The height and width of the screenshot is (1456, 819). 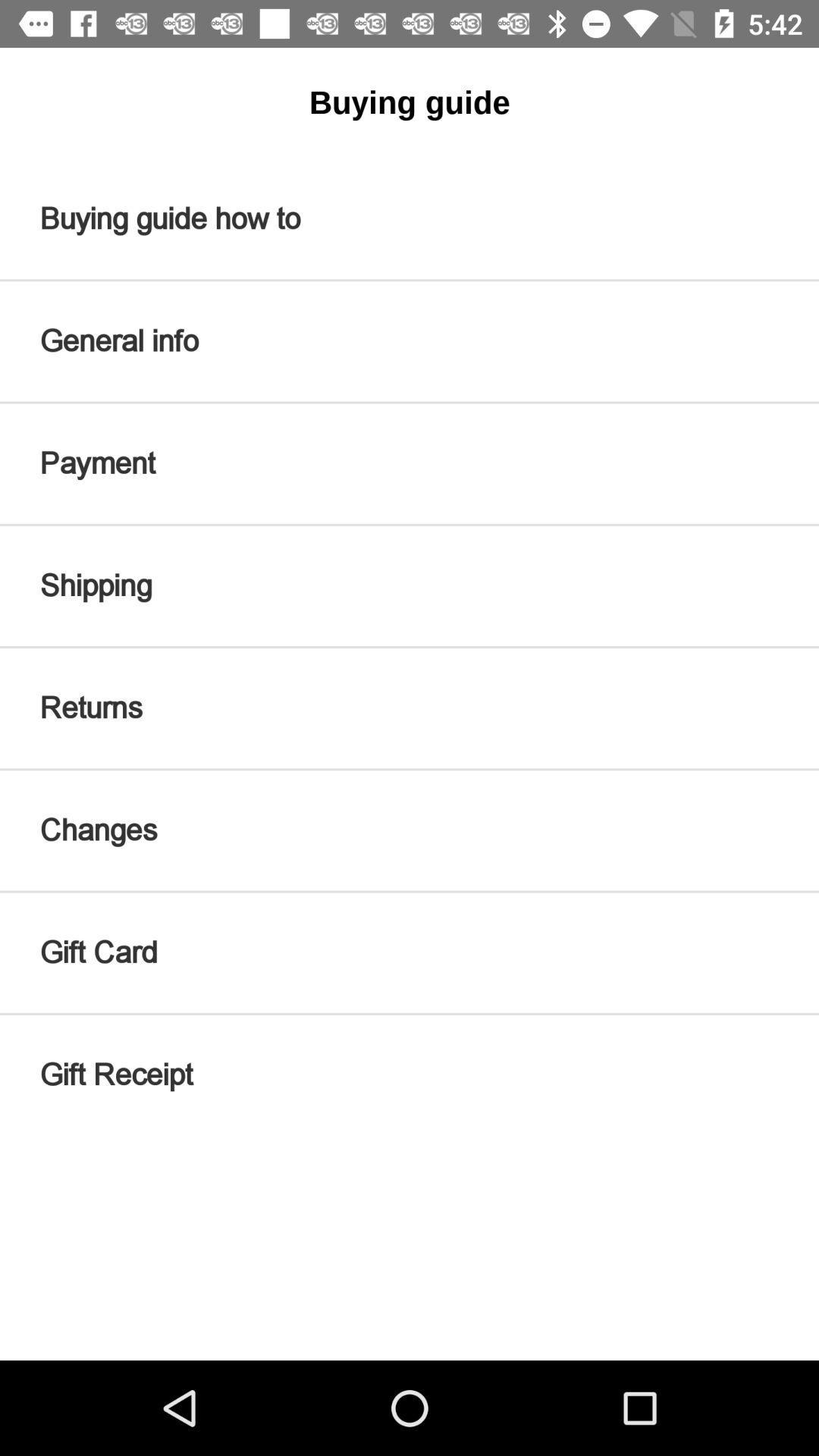 I want to click on the item below buying guide how item, so click(x=409, y=340).